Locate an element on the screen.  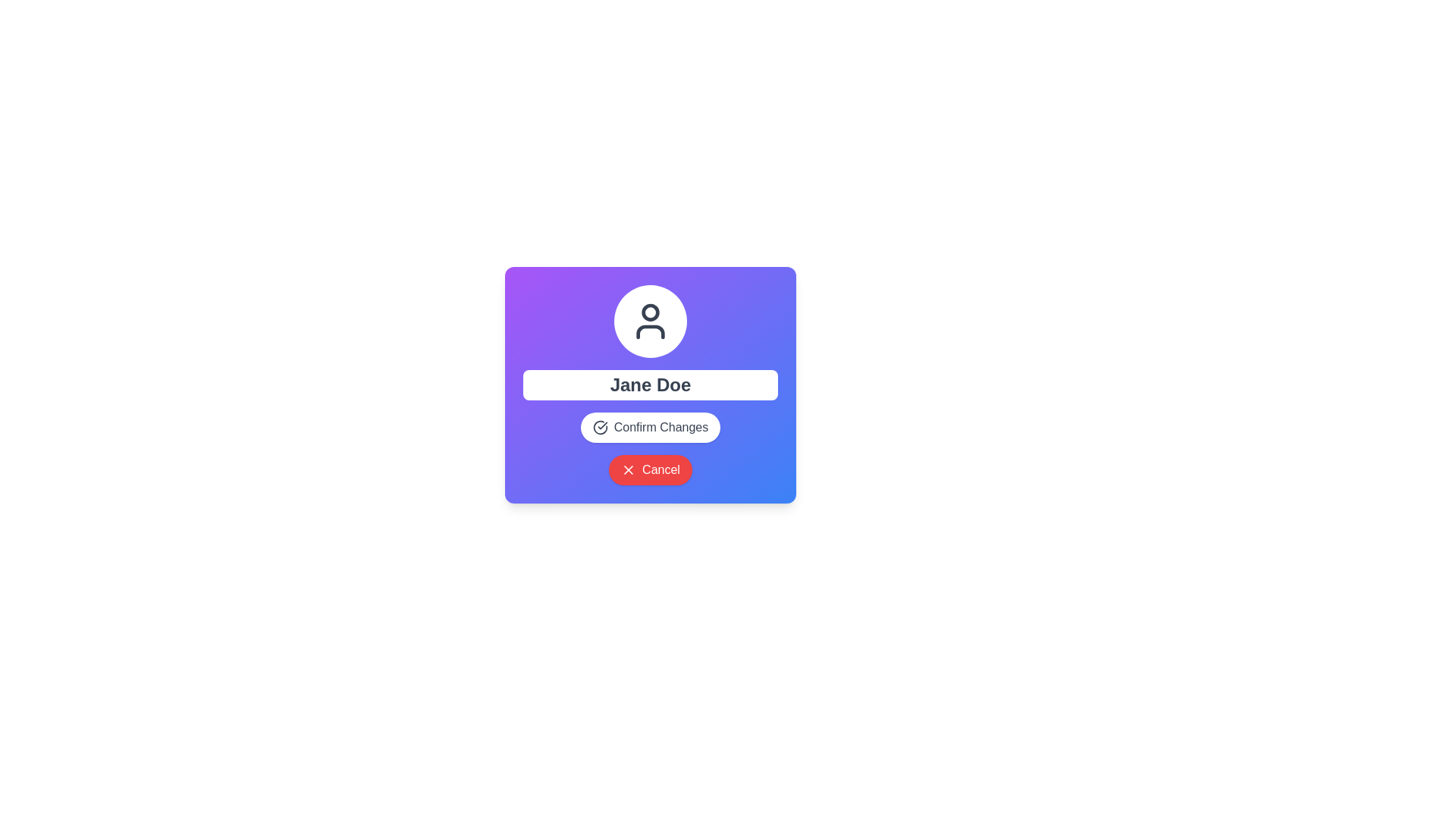
the cancel icon, which is part of the 'Cancel' button and positioned to the left of the button's text is located at coordinates (629, 469).